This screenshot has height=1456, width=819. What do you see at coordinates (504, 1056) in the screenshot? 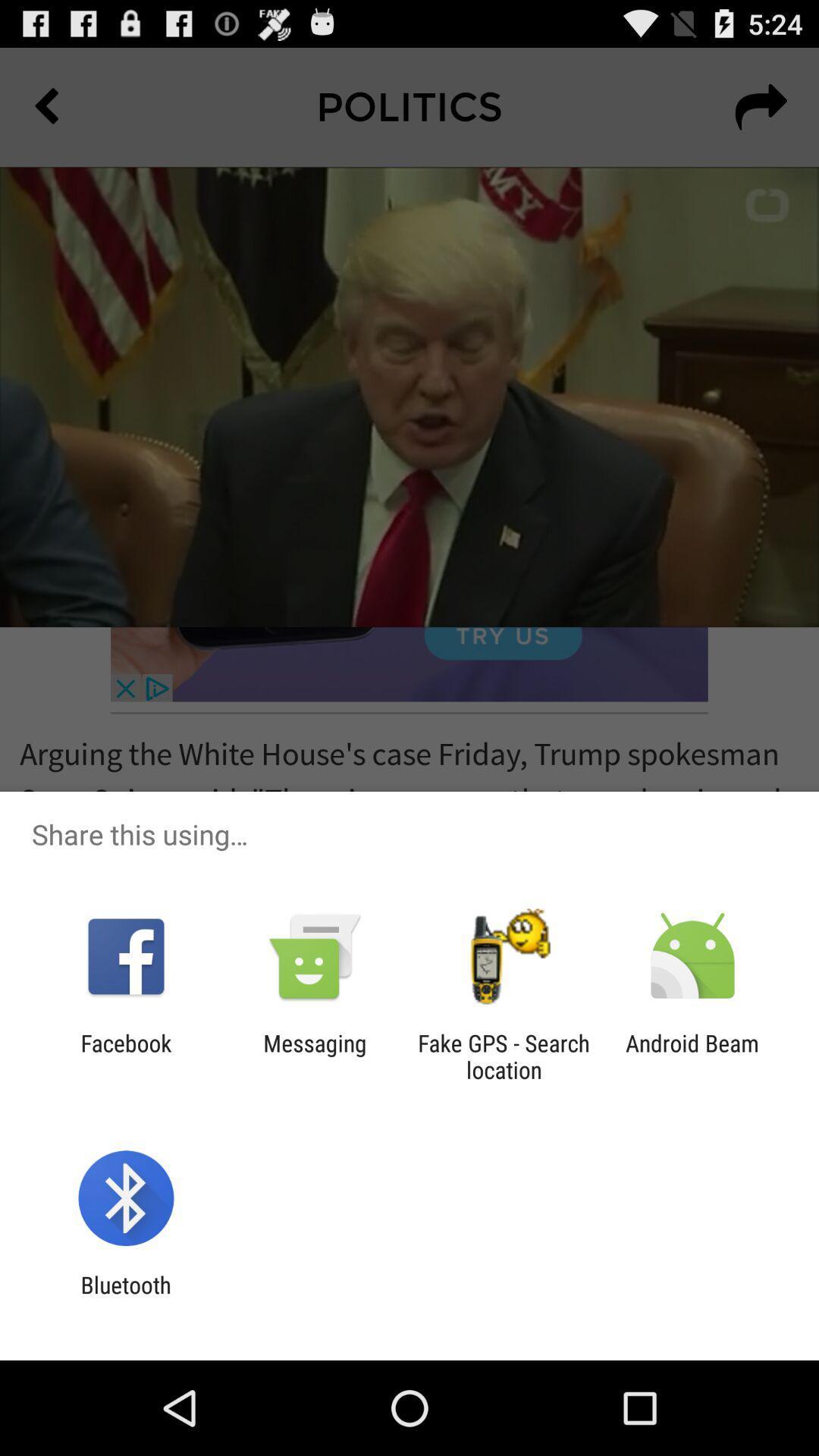
I see `app to the left of android beam app` at bounding box center [504, 1056].